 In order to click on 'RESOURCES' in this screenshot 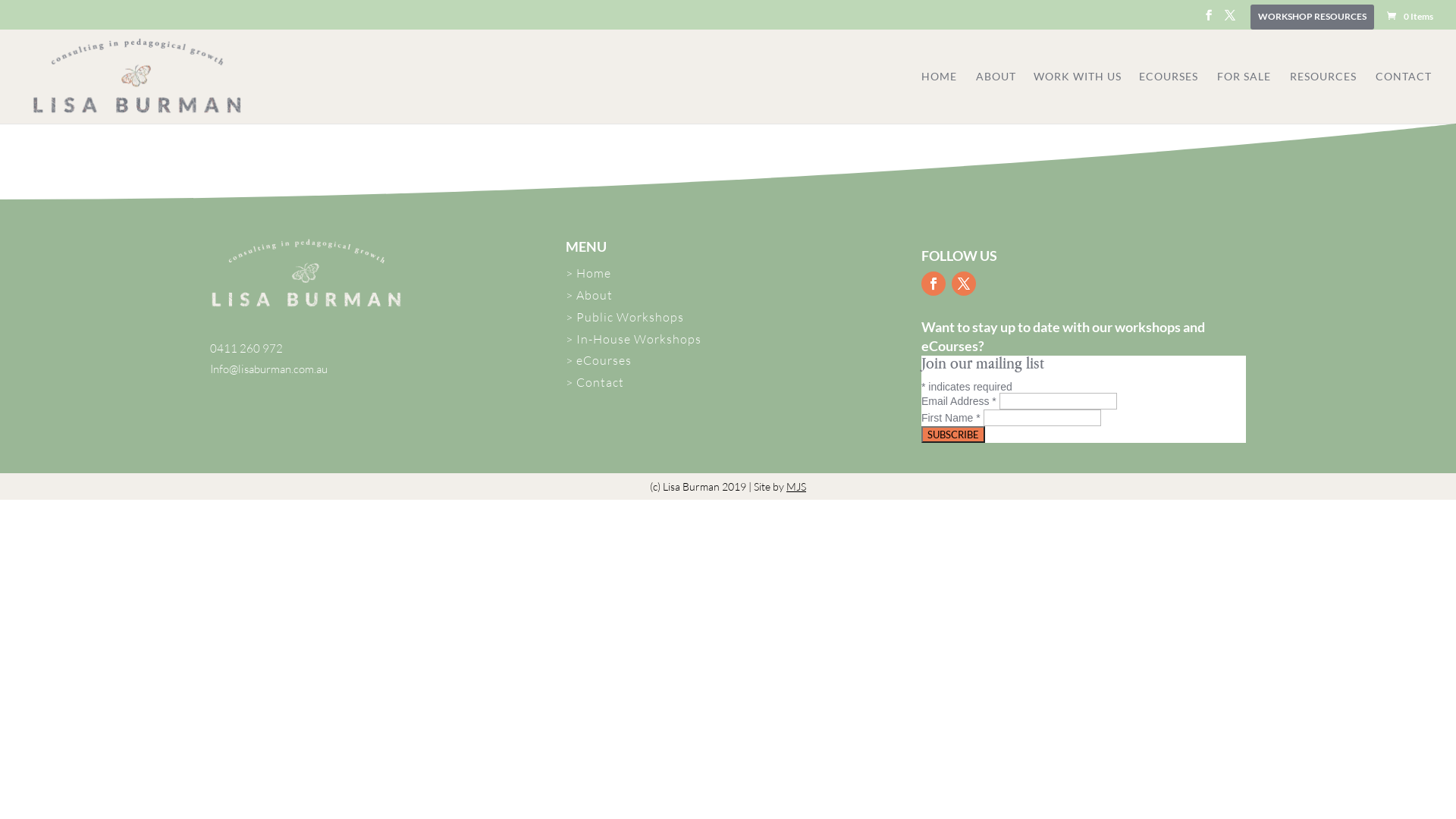, I will do `click(1323, 97)`.